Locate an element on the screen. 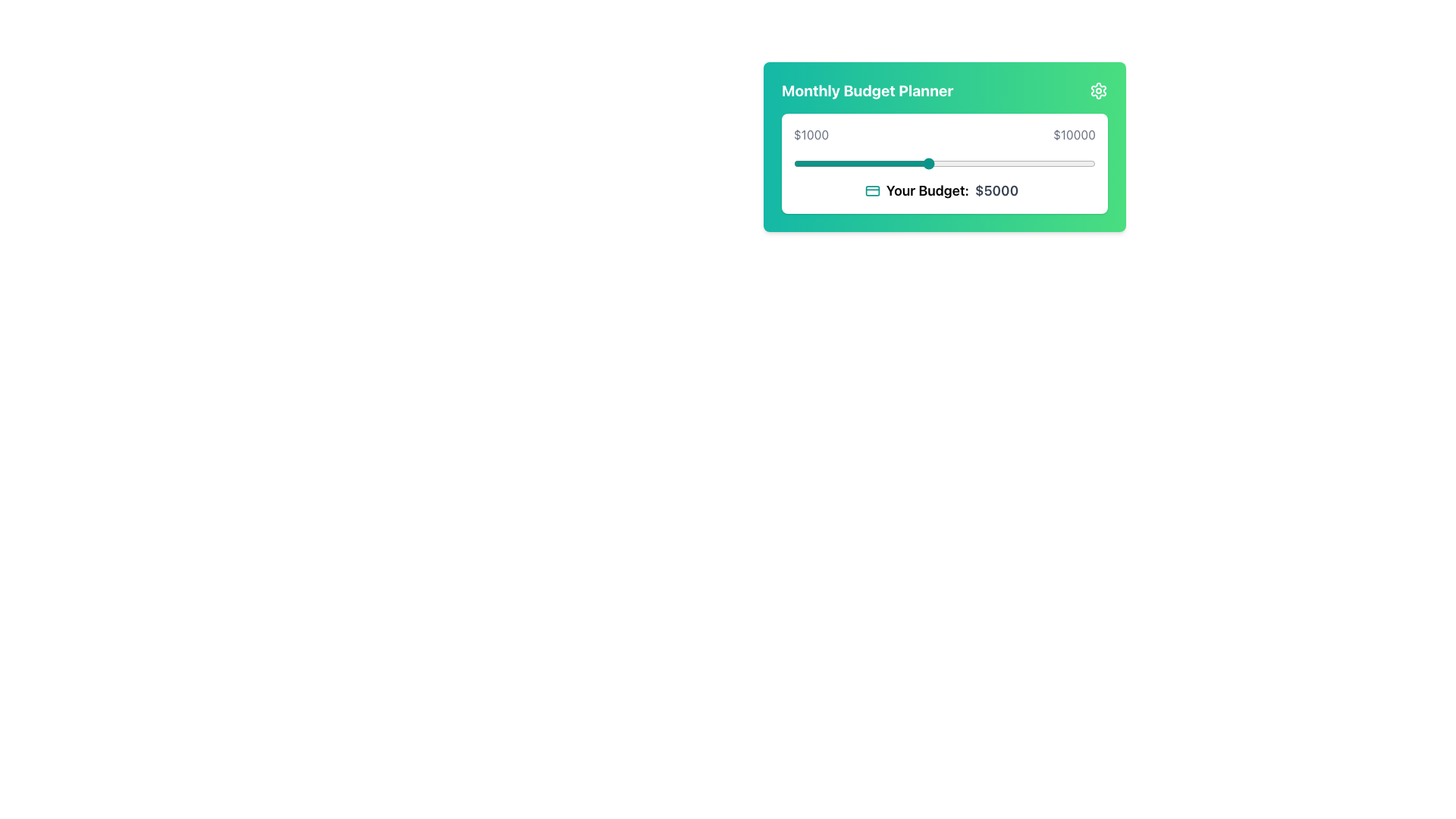 The image size is (1456, 819). the budget icon located to the left of the text 'Your Budget: $5000' in the middle section of the card component is located at coordinates (872, 190).